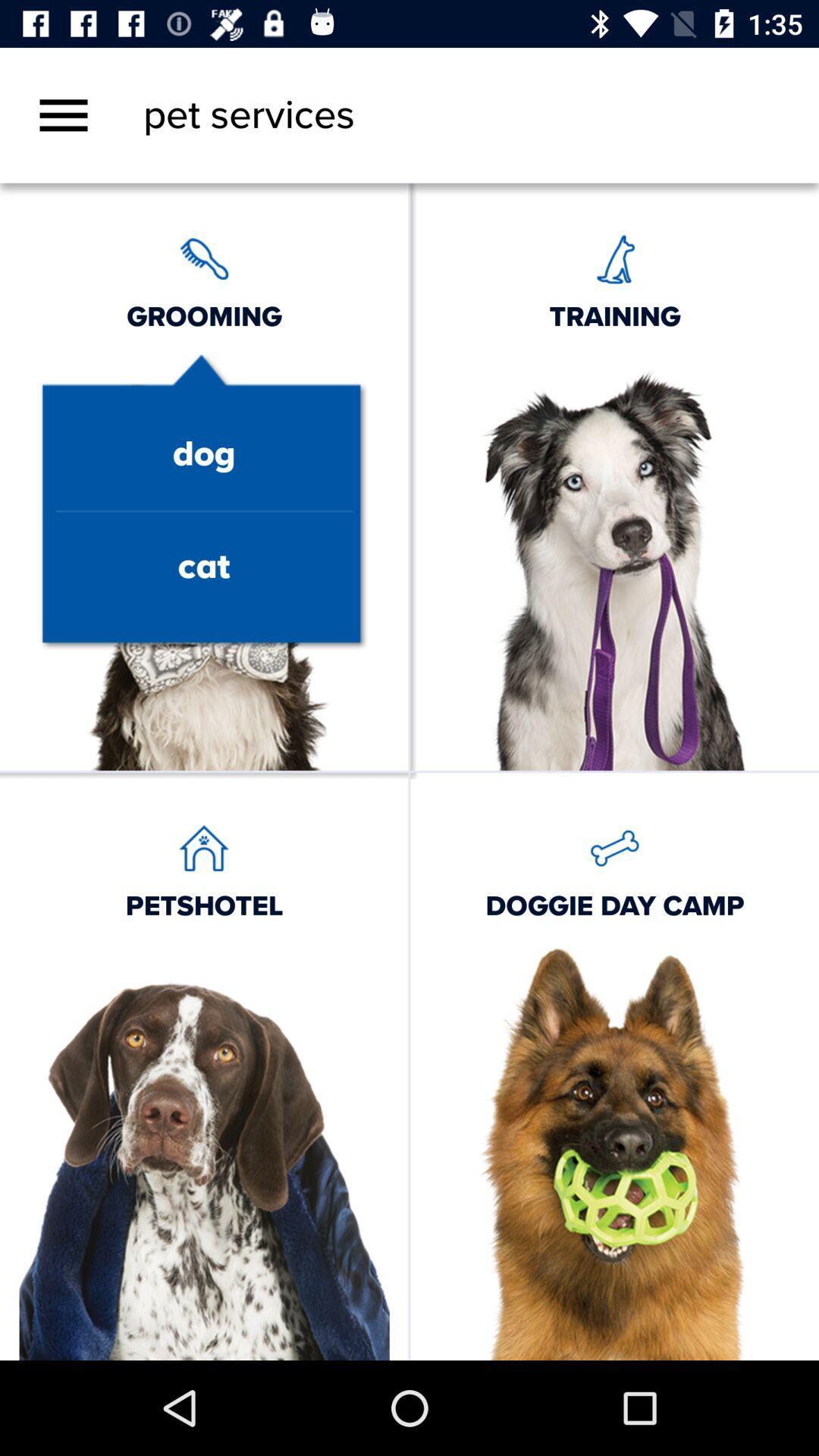  What do you see at coordinates (203, 454) in the screenshot?
I see `the icon below the grooming icon` at bounding box center [203, 454].